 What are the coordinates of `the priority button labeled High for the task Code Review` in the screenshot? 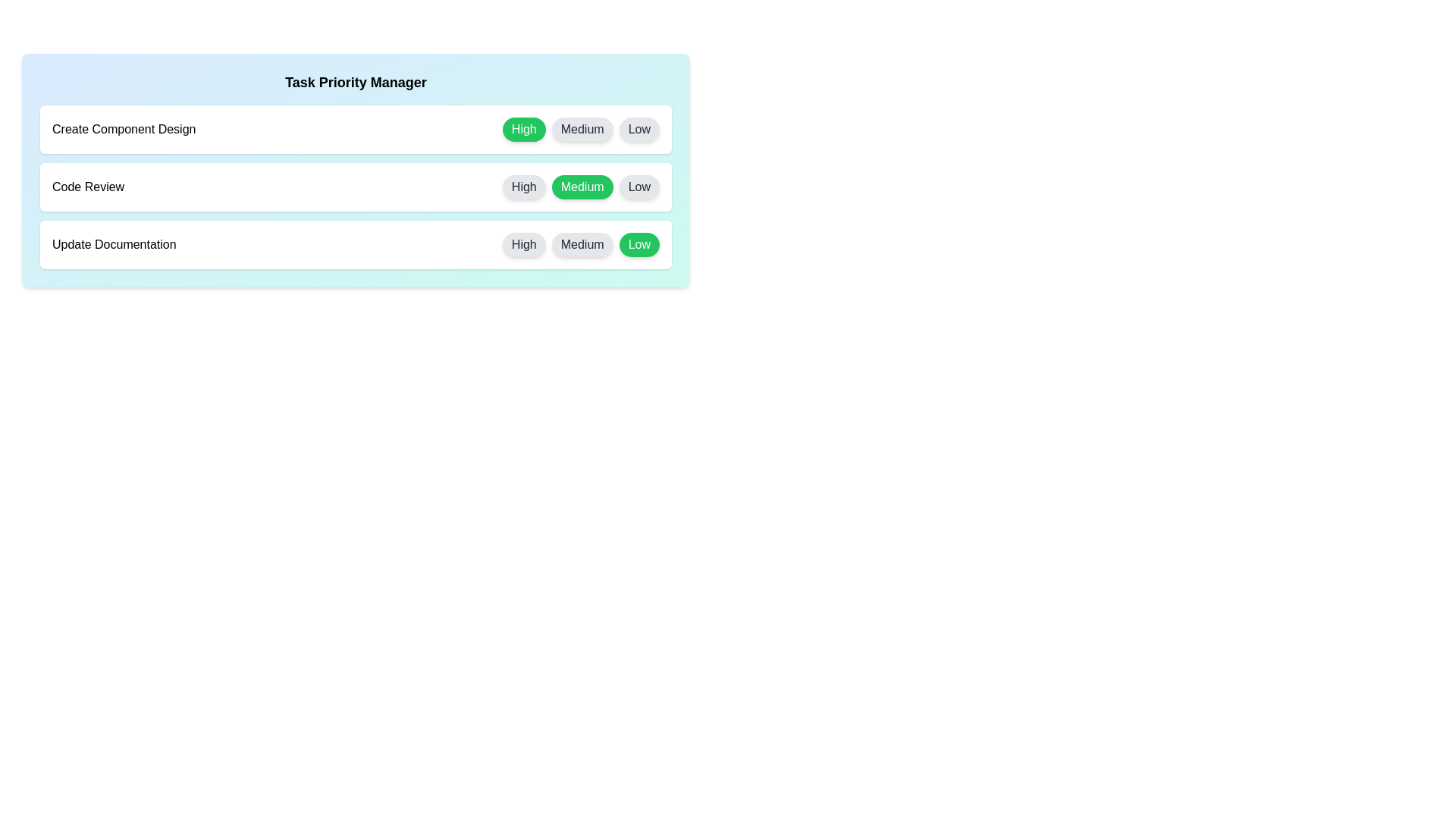 It's located at (524, 186).